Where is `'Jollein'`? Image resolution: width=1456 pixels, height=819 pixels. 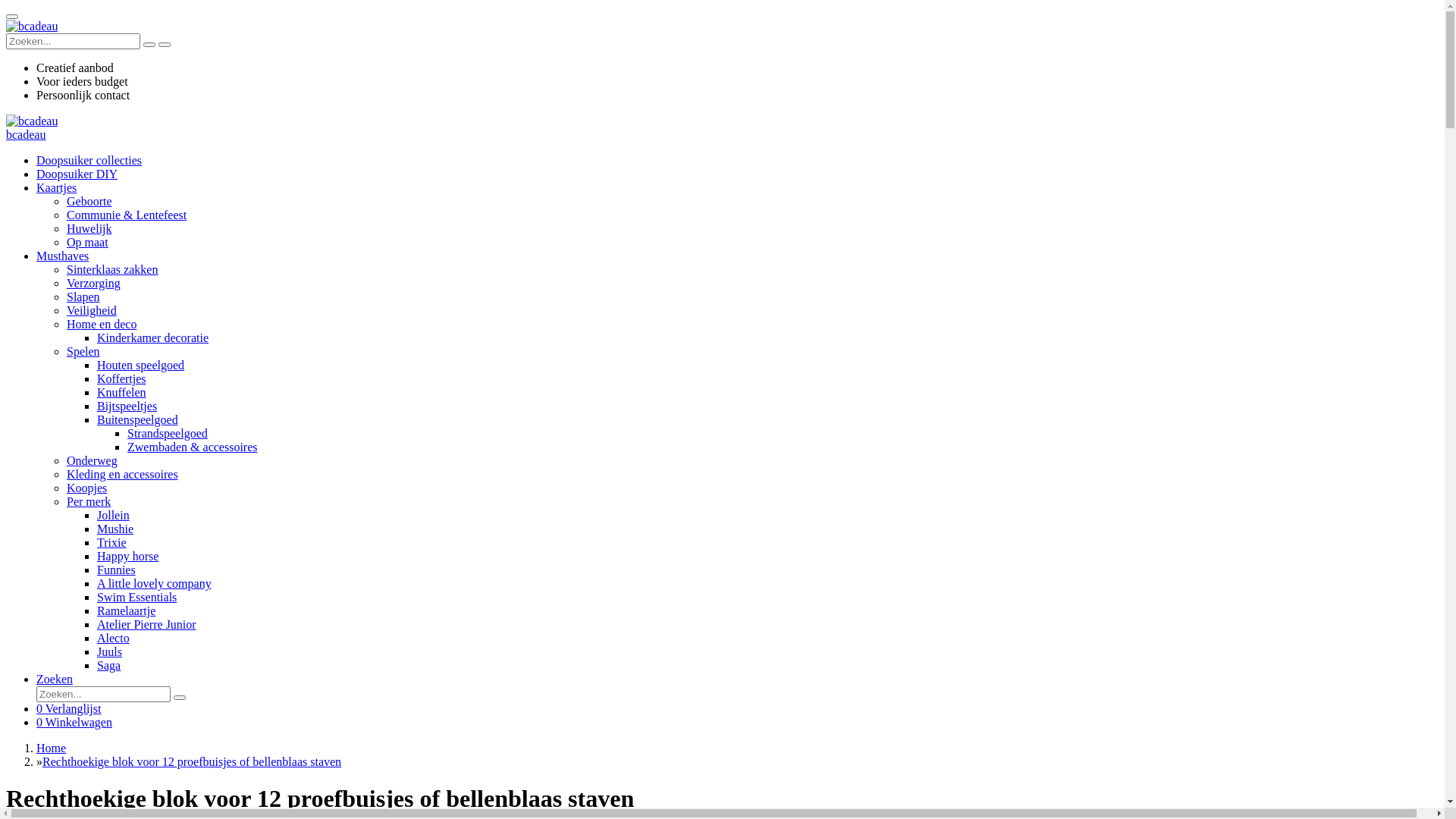
'Jollein' is located at coordinates (112, 514).